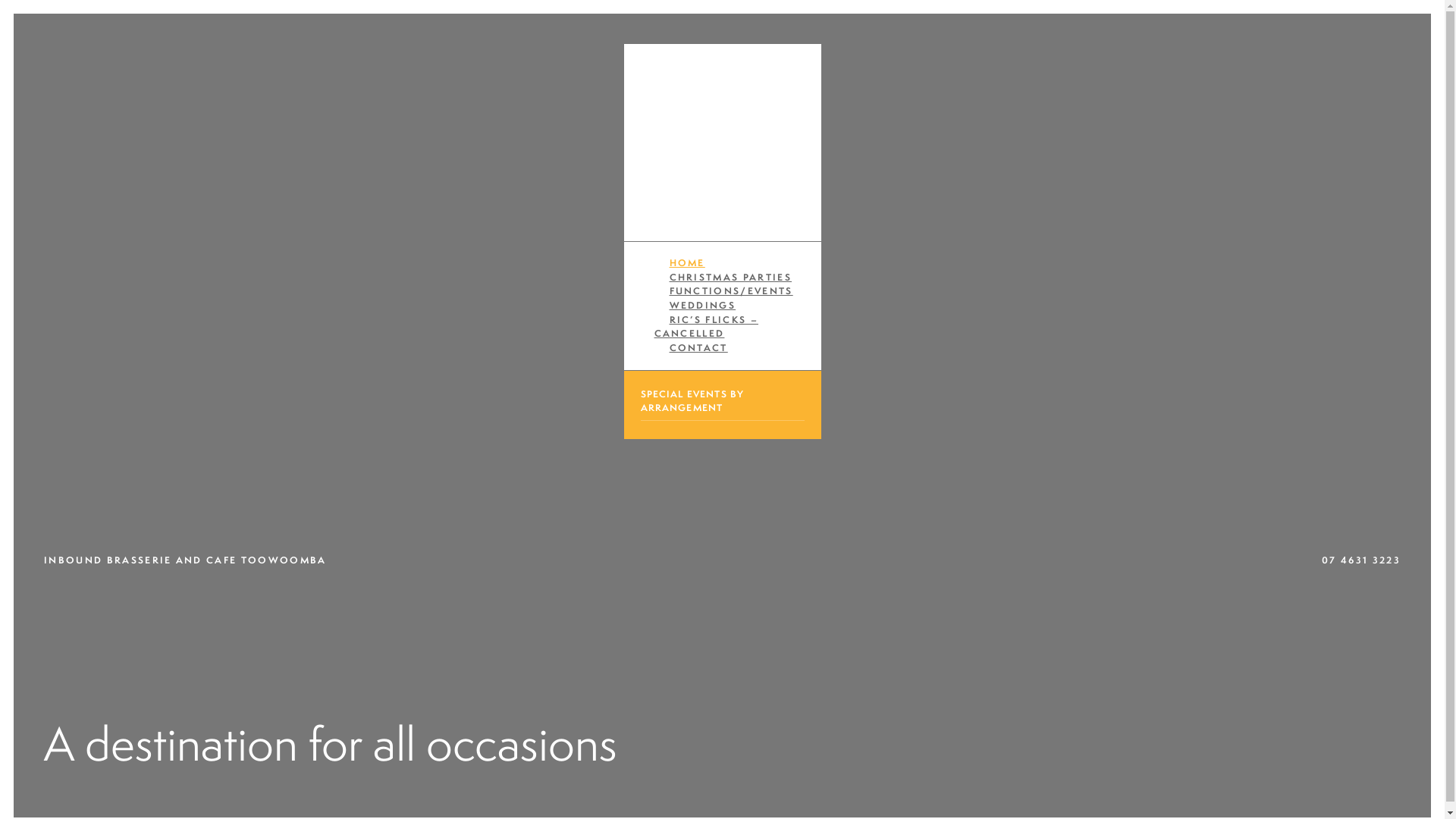 This screenshot has width=1456, height=819. I want to click on 'FUNCTIONS/EVENTS', so click(730, 290).